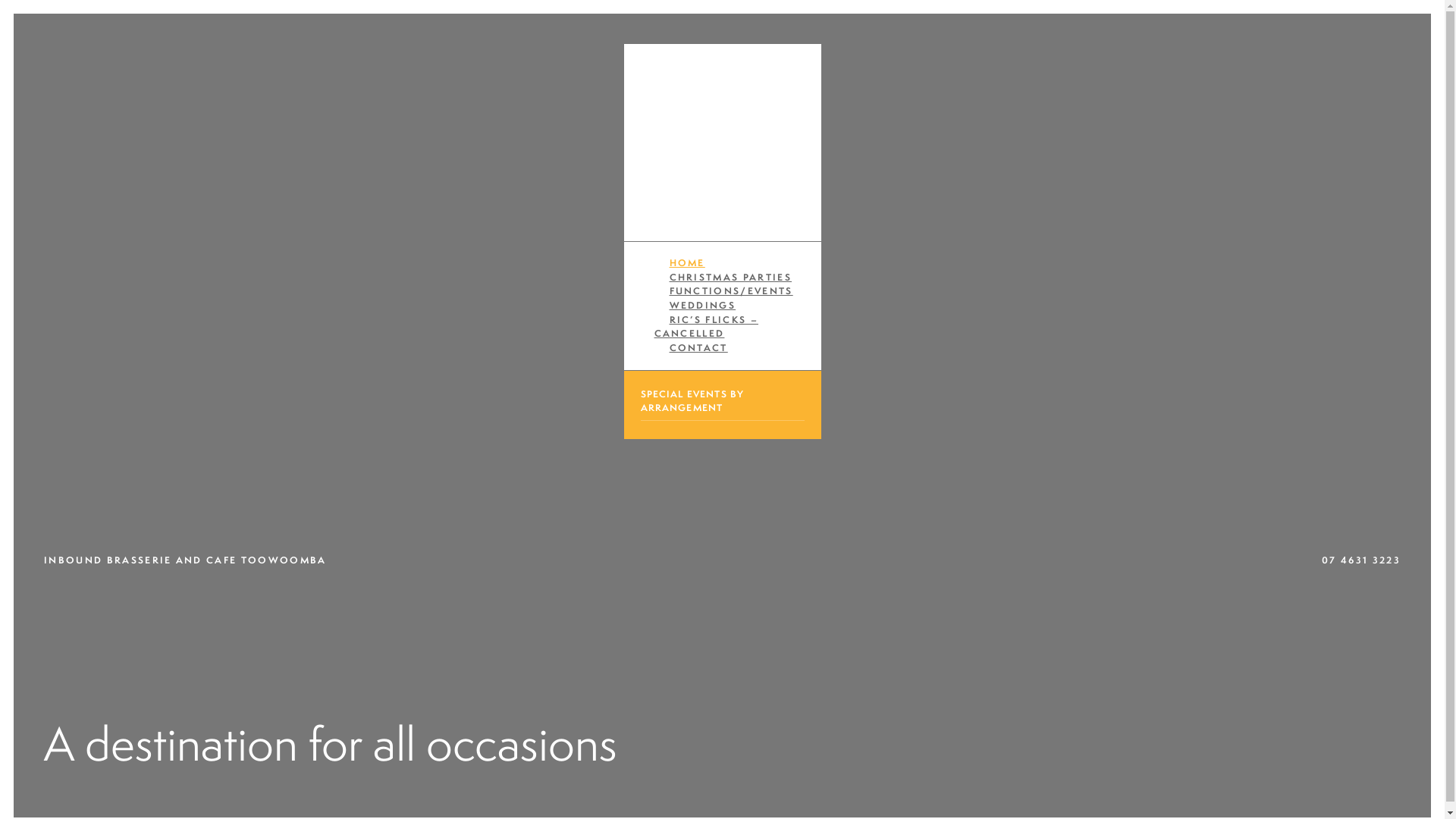 This screenshot has width=1456, height=819. I want to click on 'FUNCTIONS/EVENTS', so click(730, 290).